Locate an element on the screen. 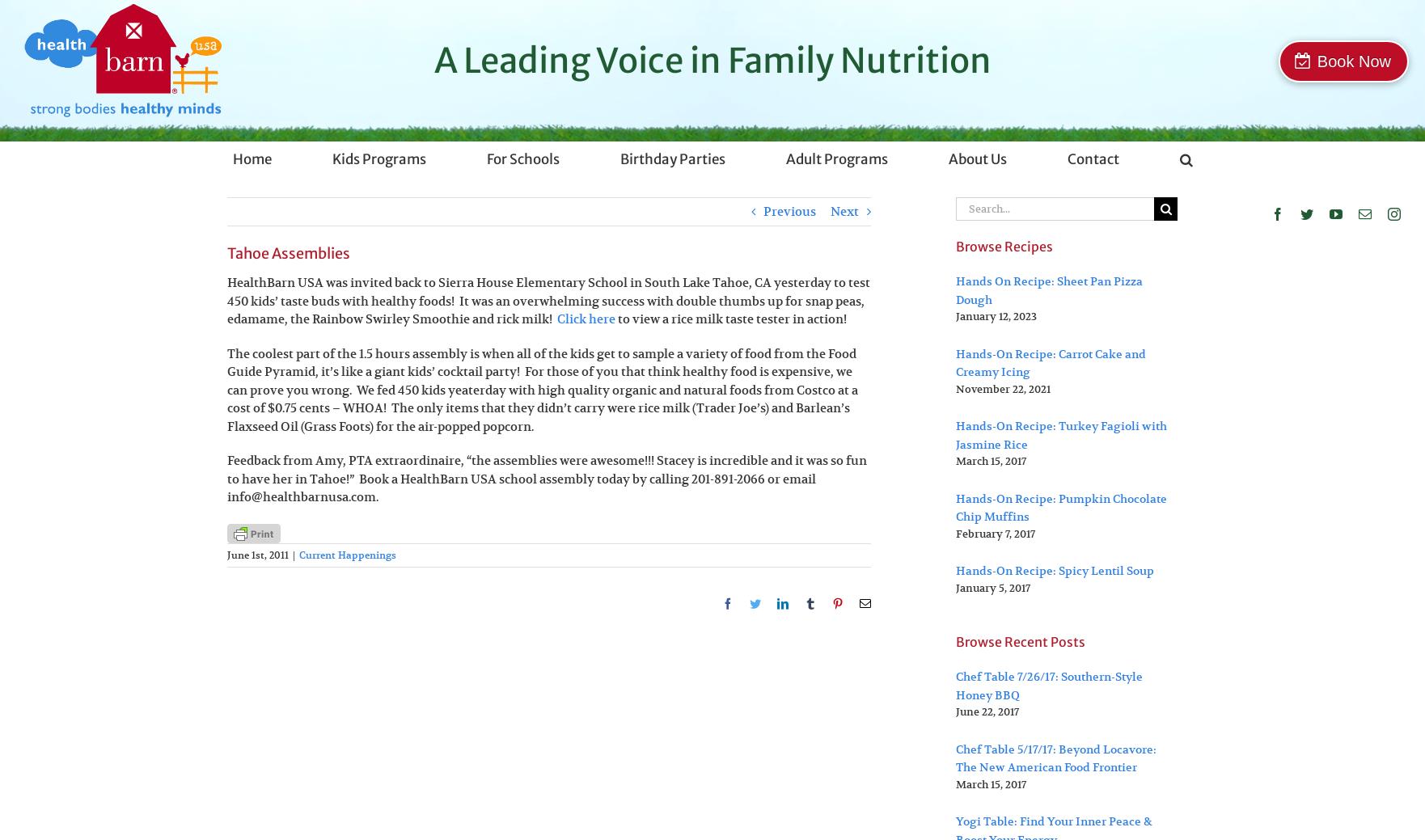 This screenshot has height=840, width=1425. '.' is located at coordinates (376, 496).